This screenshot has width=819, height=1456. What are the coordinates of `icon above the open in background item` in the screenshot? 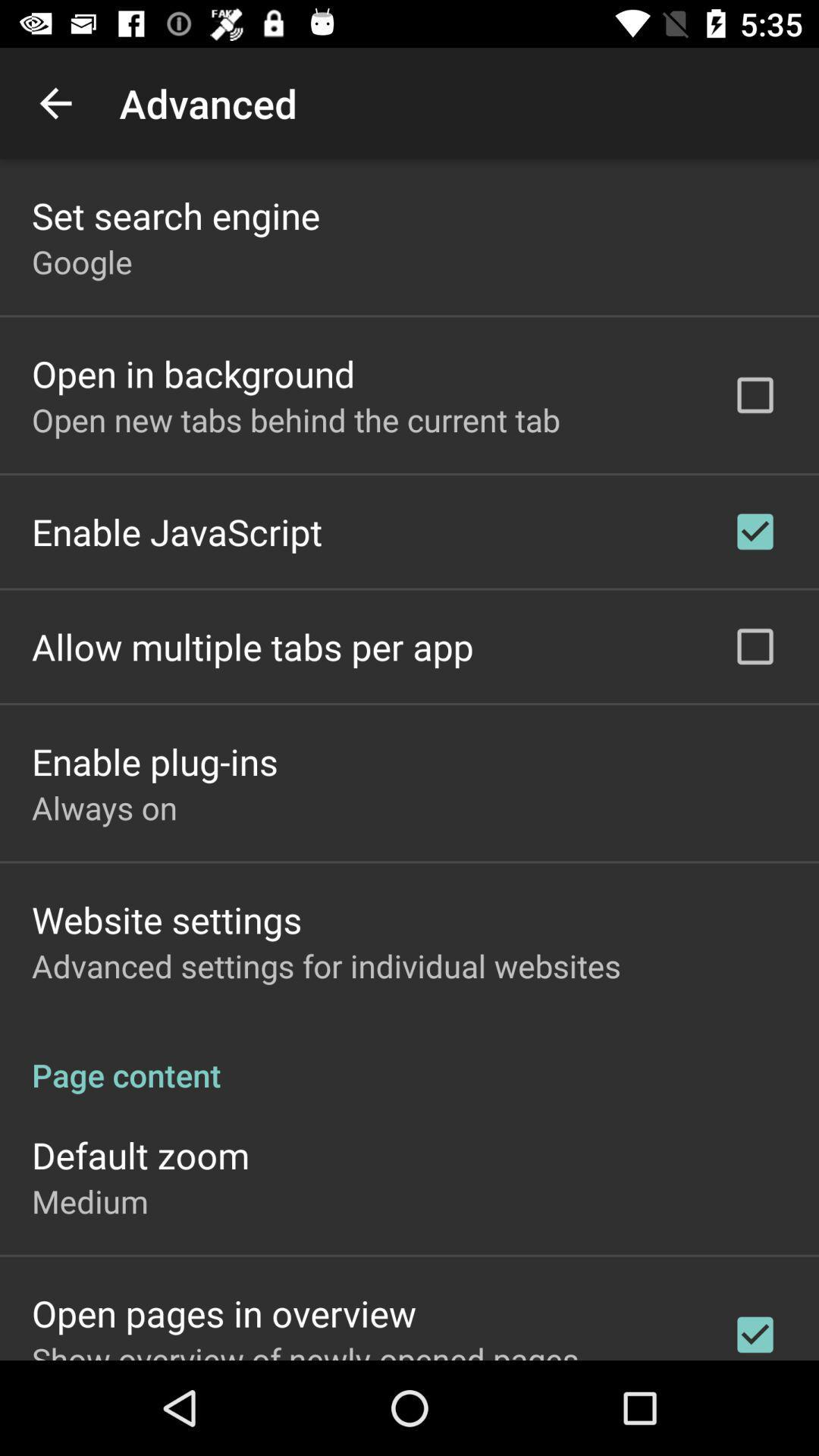 It's located at (82, 262).